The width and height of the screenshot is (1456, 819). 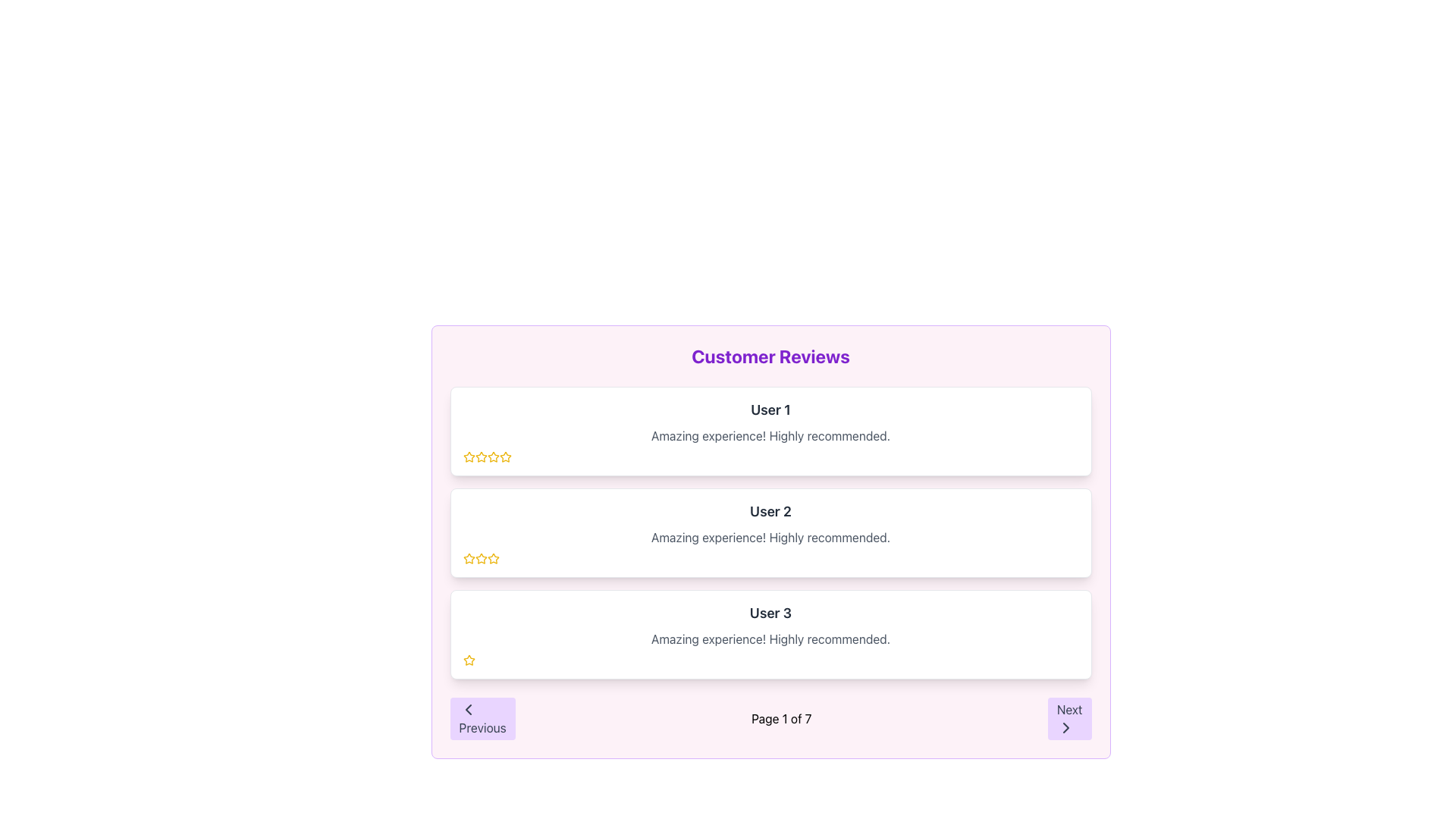 I want to click on the leftward-pointing Chevron icon within the 'Previous' button located at the bottom left corner of the navigation section, so click(x=467, y=710).